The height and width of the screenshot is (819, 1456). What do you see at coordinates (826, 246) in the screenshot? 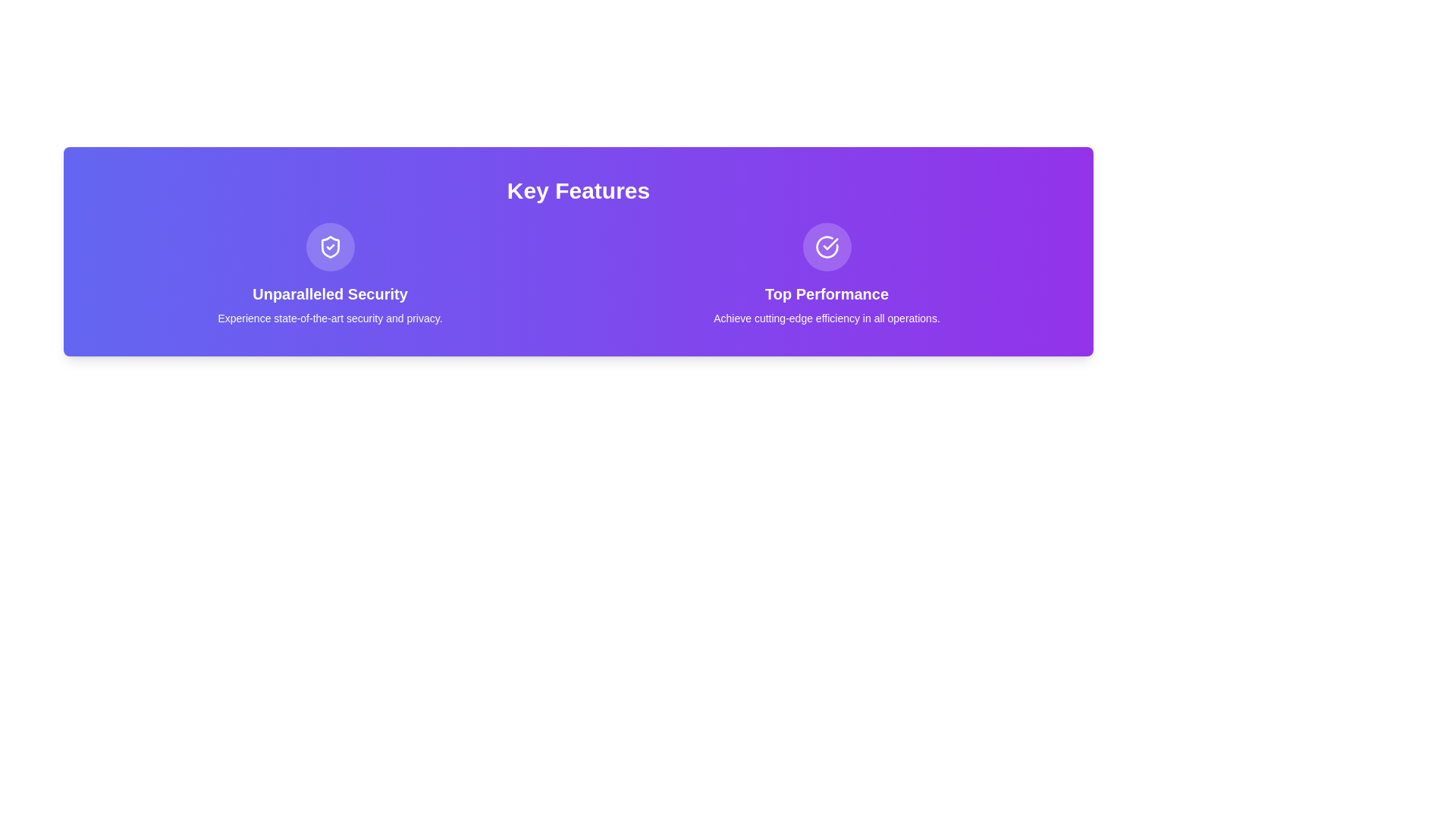
I see `the circular icon with a white checkmark inside, which is centrally located within the purple section above the 'Top Performance' title and description` at bounding box center [826, 246].